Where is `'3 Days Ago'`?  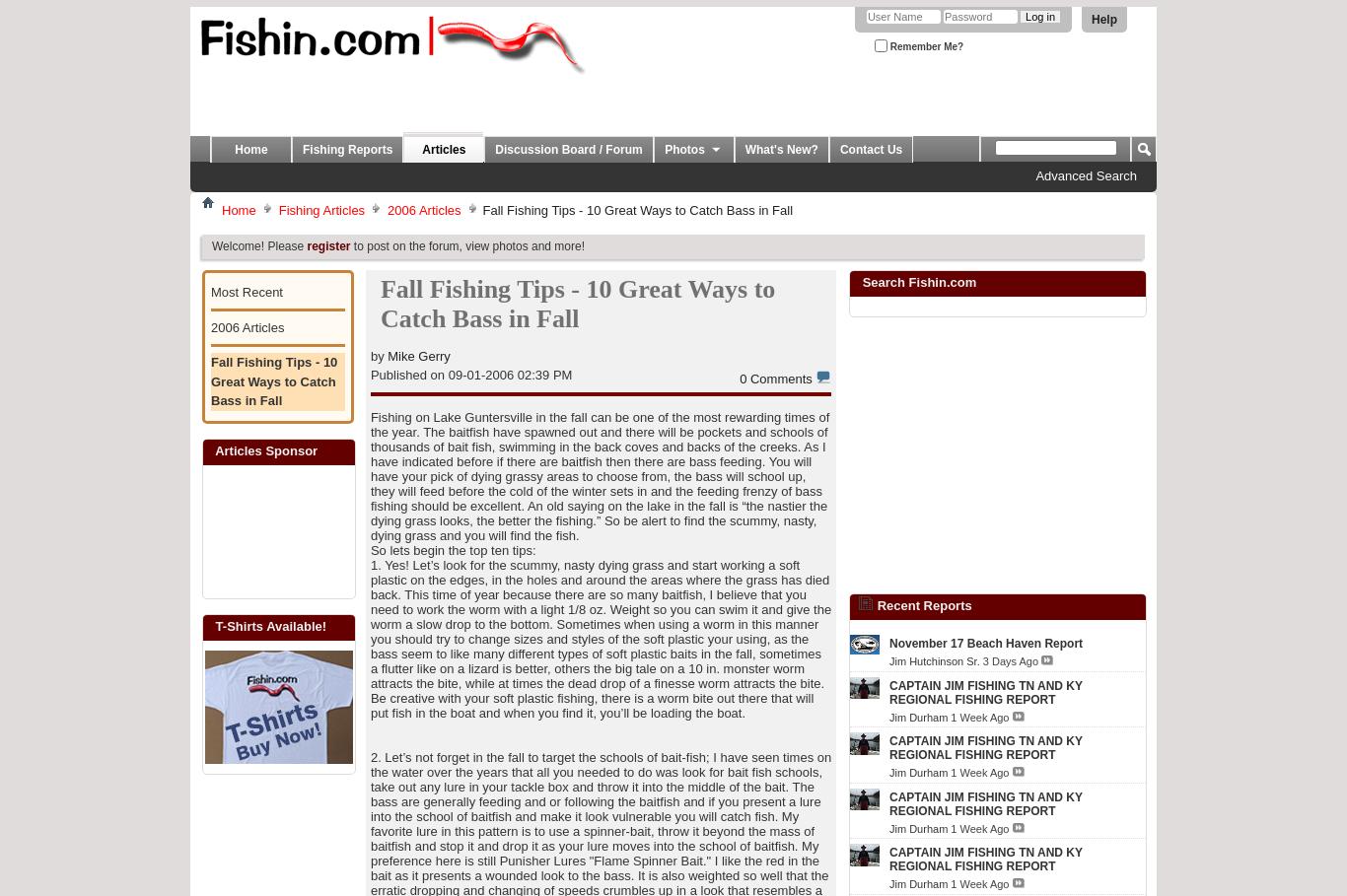
'3 Days Ago' is located at coordinates (1010, 661).